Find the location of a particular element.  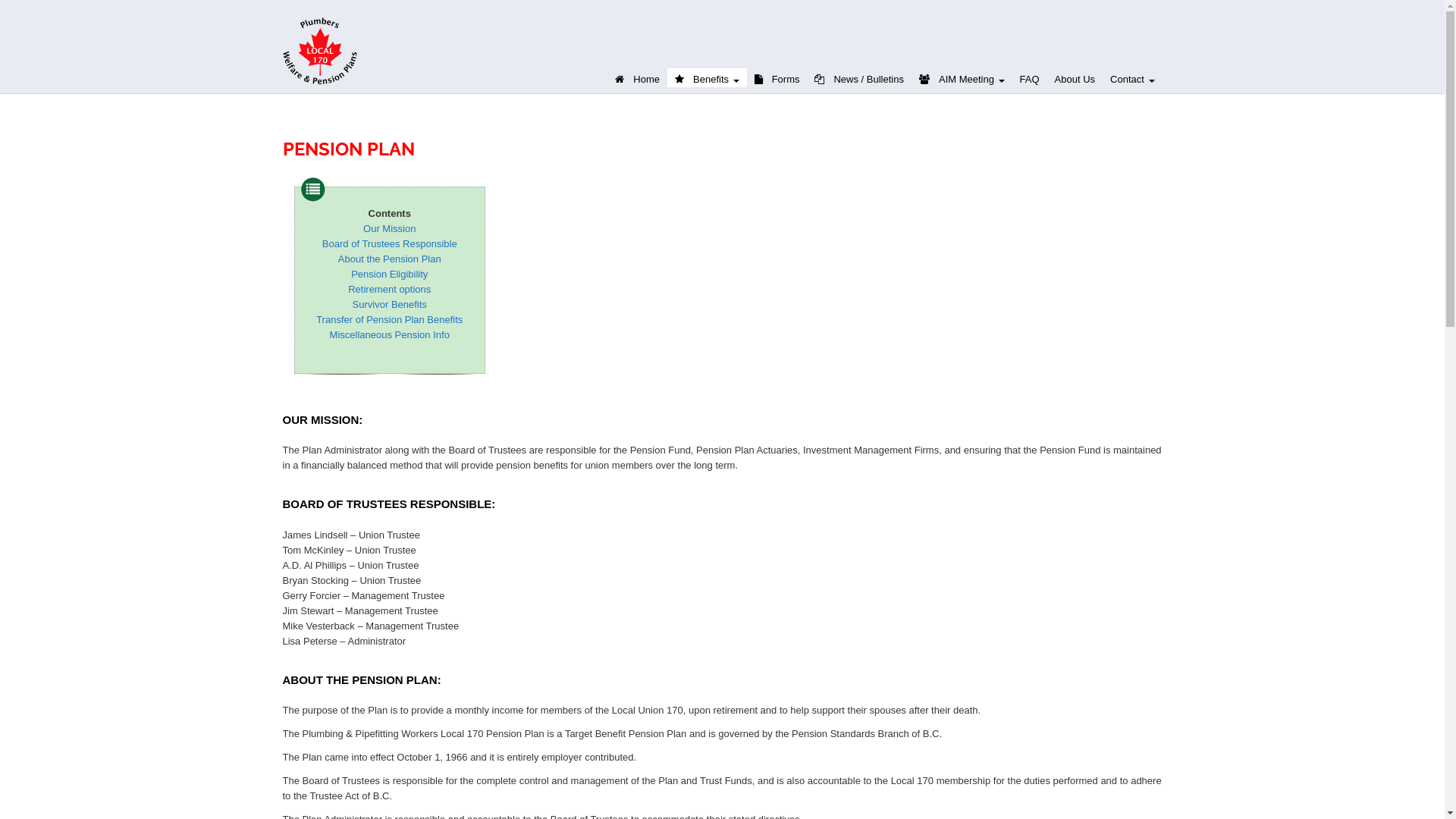

'Pension Eligibility' is located at coordinates (389, 274).